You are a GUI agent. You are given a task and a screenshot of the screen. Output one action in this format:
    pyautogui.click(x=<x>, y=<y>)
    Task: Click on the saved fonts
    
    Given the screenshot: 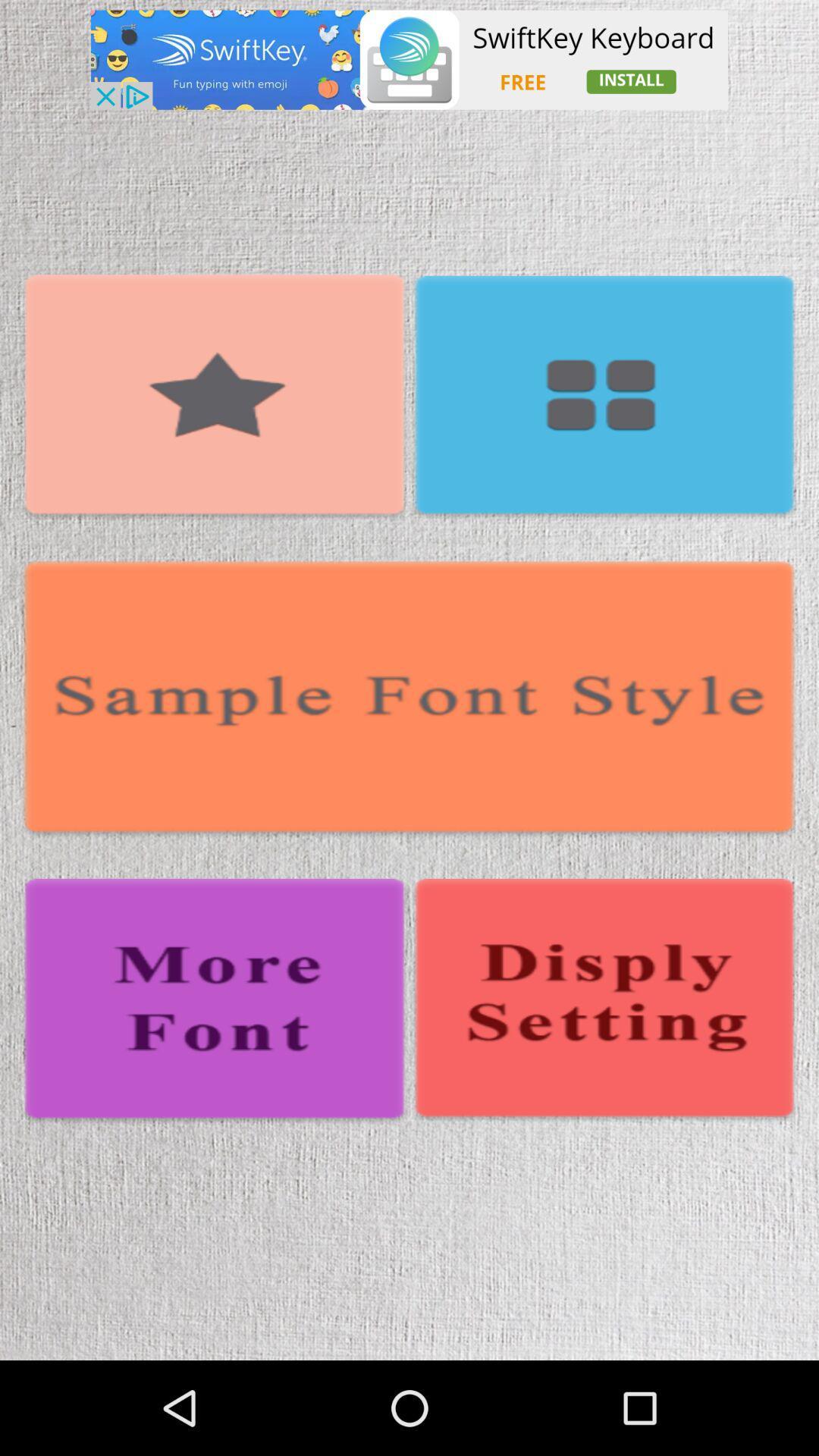 What is the action you would take?
    pyautogui.click(x=603, y=398)
    